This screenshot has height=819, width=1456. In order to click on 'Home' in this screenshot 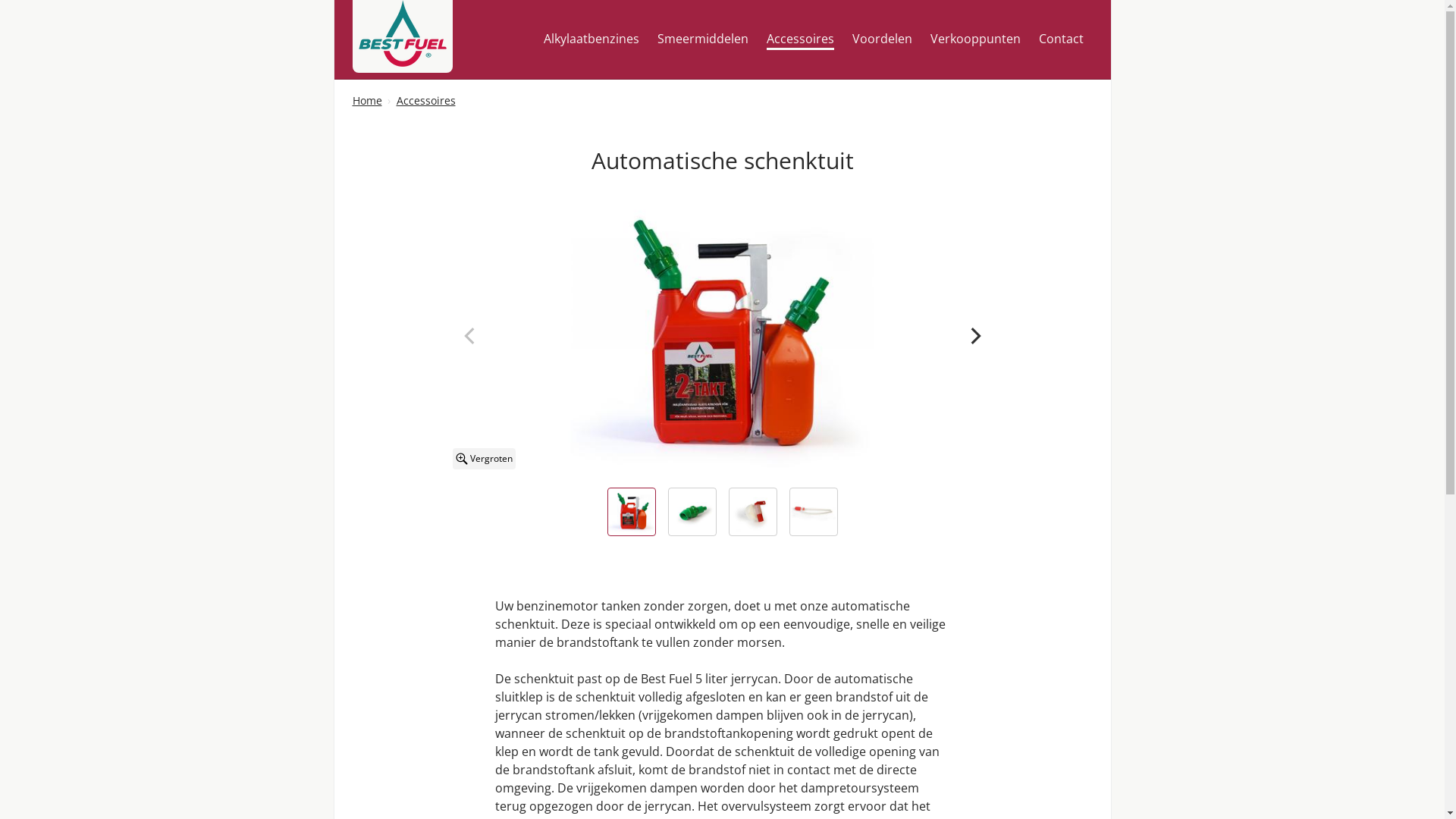, I will do `click(351, 100)`.